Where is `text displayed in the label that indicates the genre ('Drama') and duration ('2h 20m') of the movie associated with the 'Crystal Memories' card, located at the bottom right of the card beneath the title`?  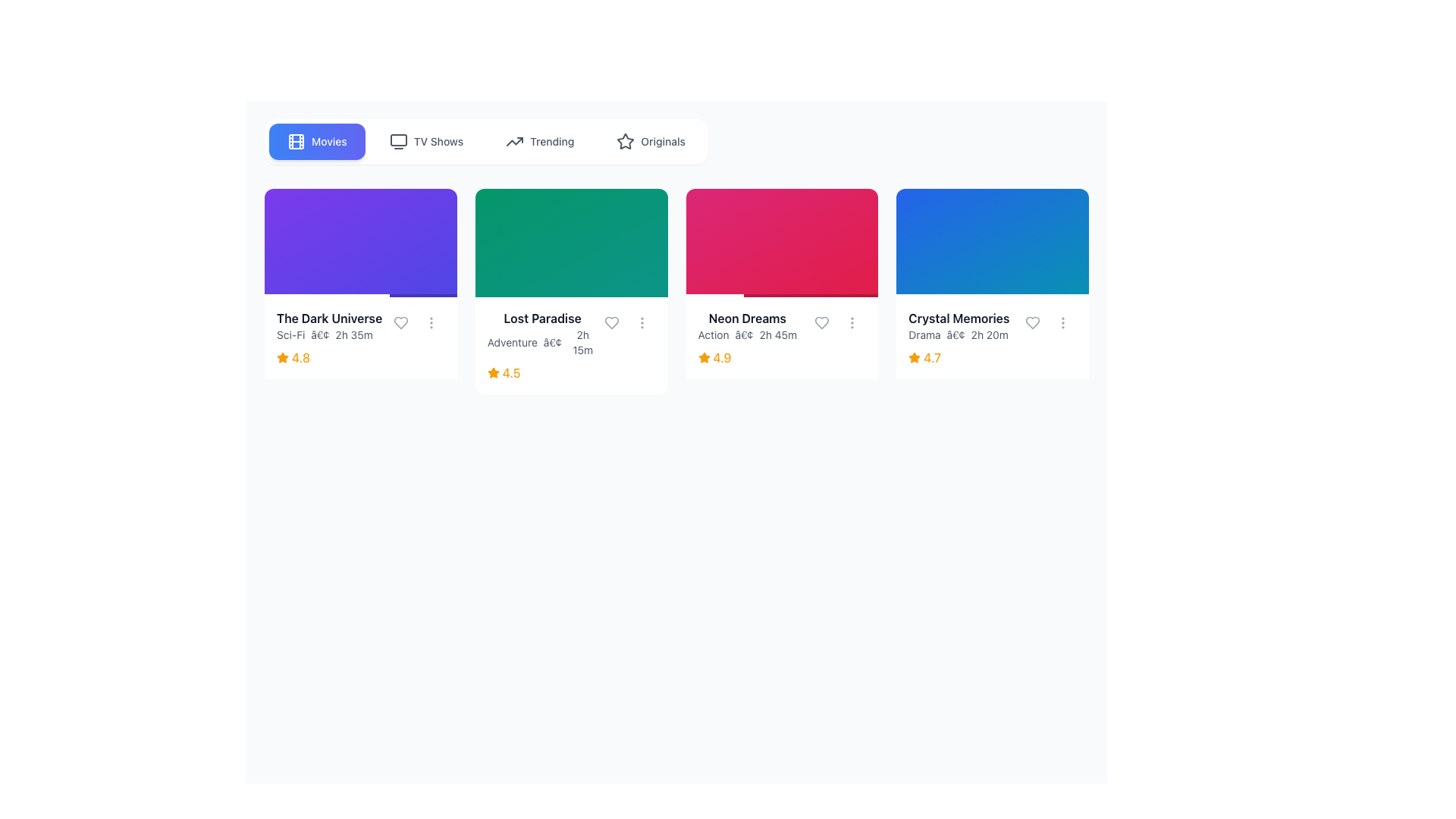
text displayed in the label that indicates the genre ('Drama') and duration ('2h 20m') of the movie associated with the 'Crystal Memories' card, located at the bottom right of the card beneath the title is located at coordinates (958, 334).